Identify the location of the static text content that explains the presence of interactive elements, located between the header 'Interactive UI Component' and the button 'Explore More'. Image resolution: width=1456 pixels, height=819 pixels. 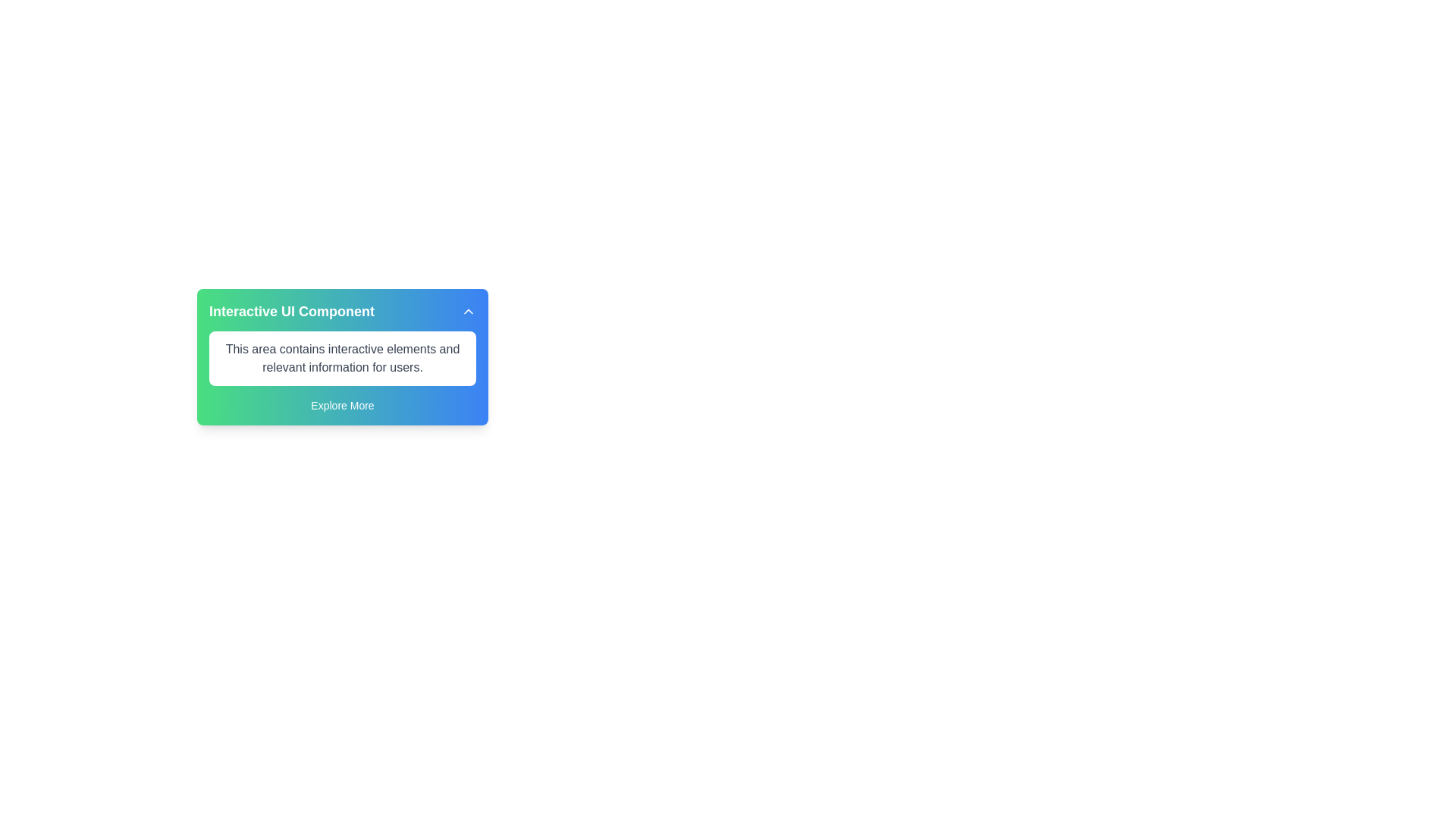
(341, 359).